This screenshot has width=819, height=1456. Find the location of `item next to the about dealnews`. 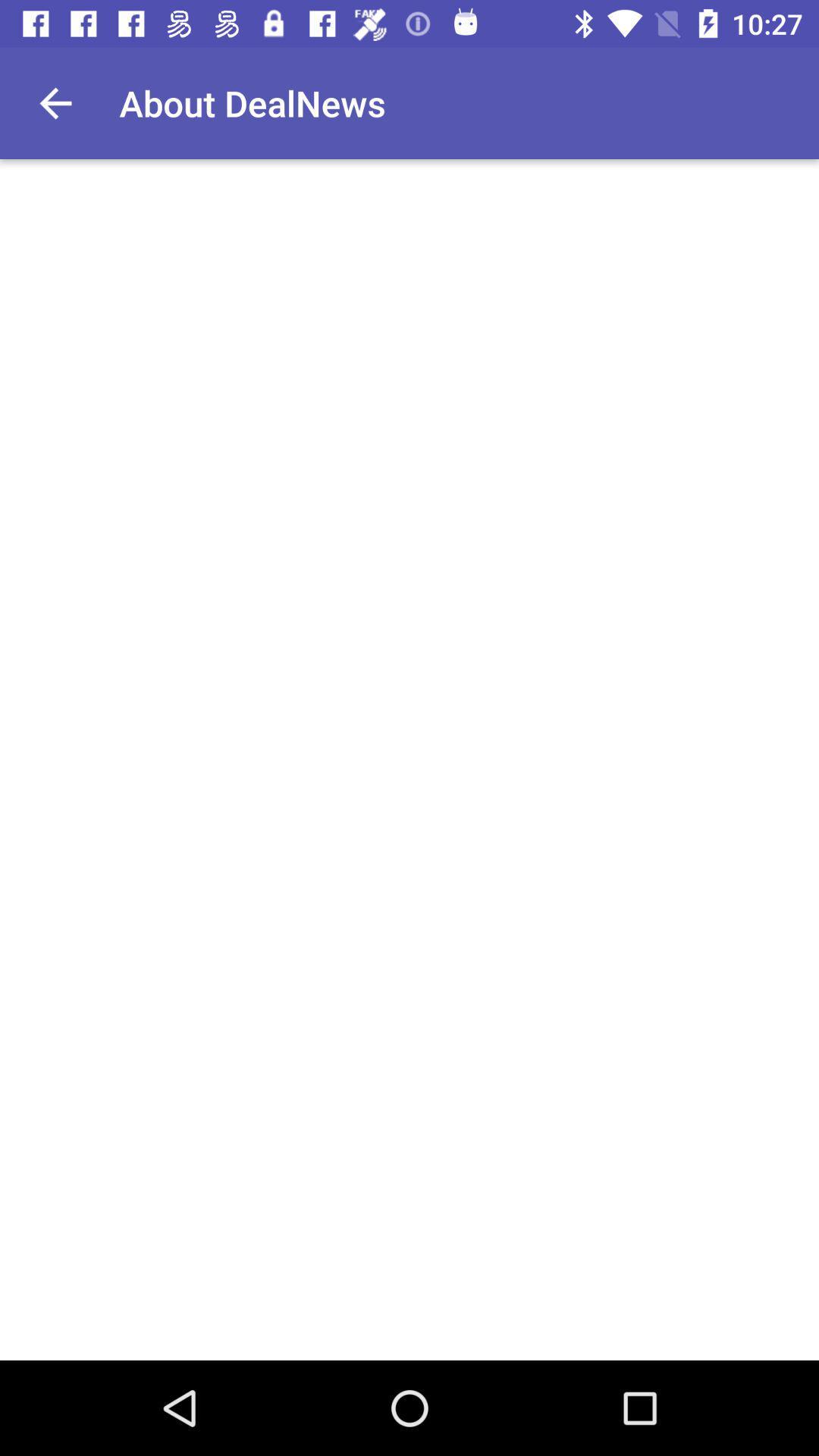

item next to the about dealnews is located at coordinates (55, 102).